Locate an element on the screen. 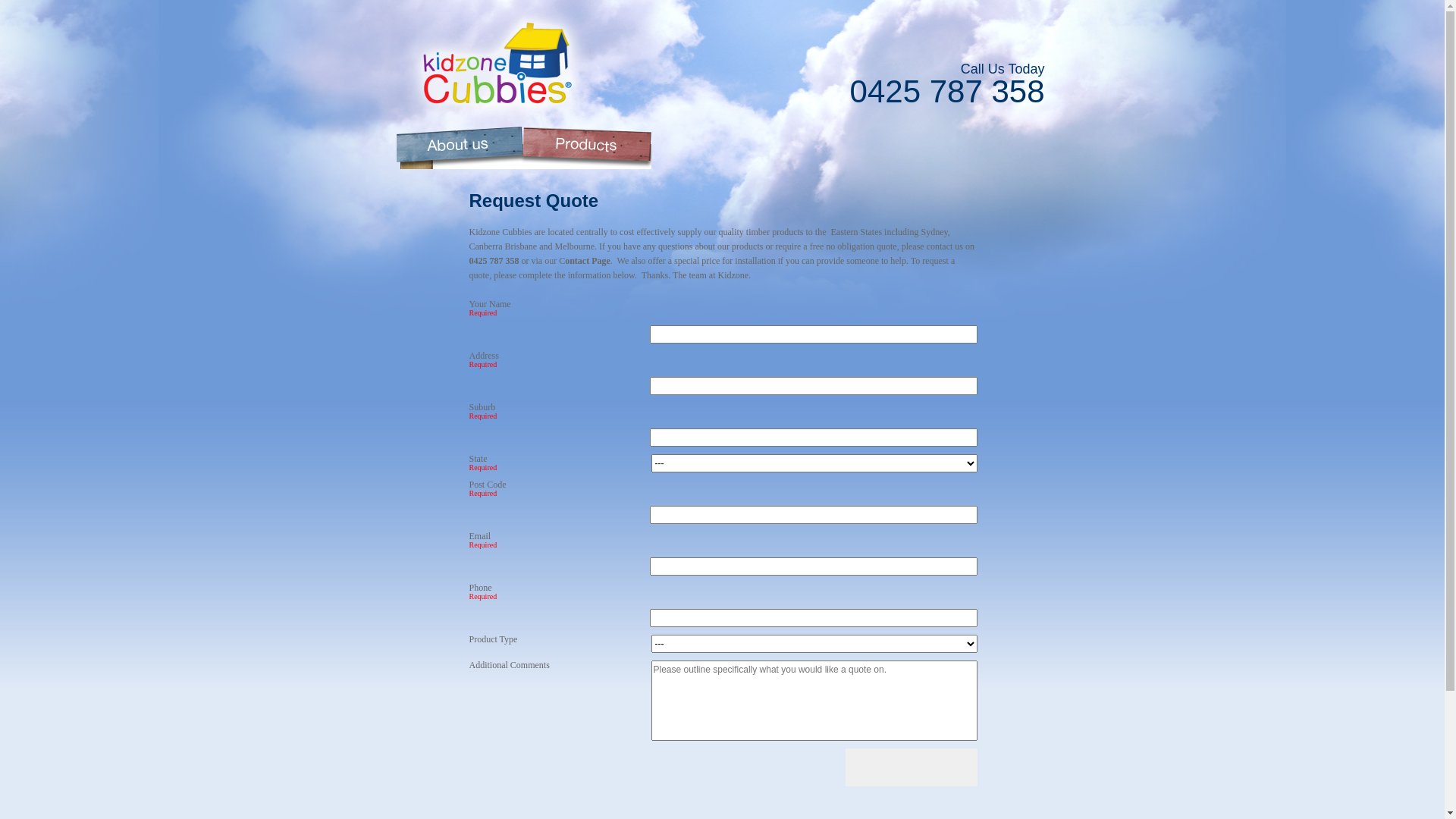 Image resolution: width=1456 pixels, height=819 pixels. 'About Kidzone Cubbies' is located at coordinates (458, 148).